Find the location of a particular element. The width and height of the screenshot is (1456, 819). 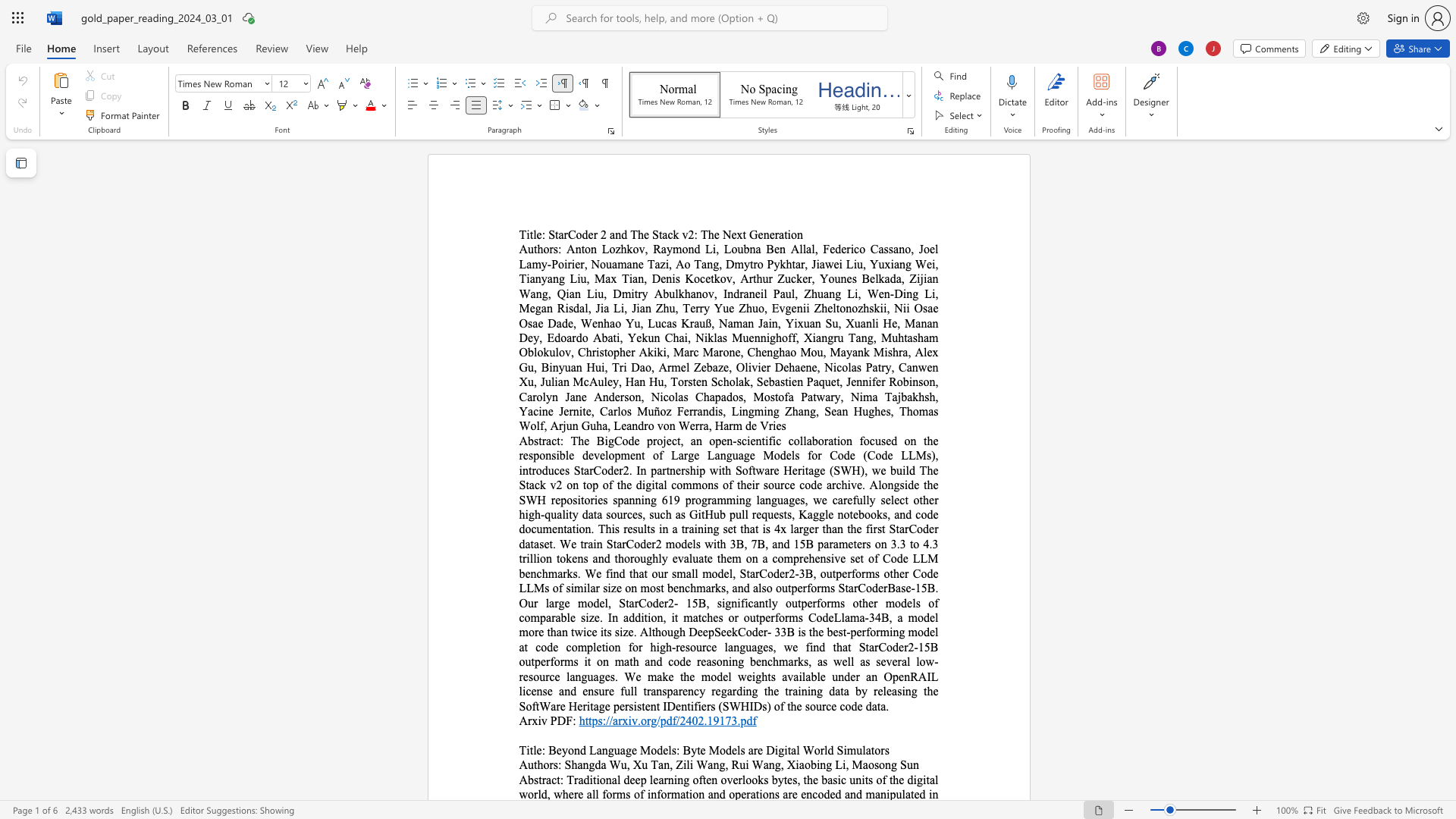

the 1th character "u" in the text is located at coordinates (617, 749).